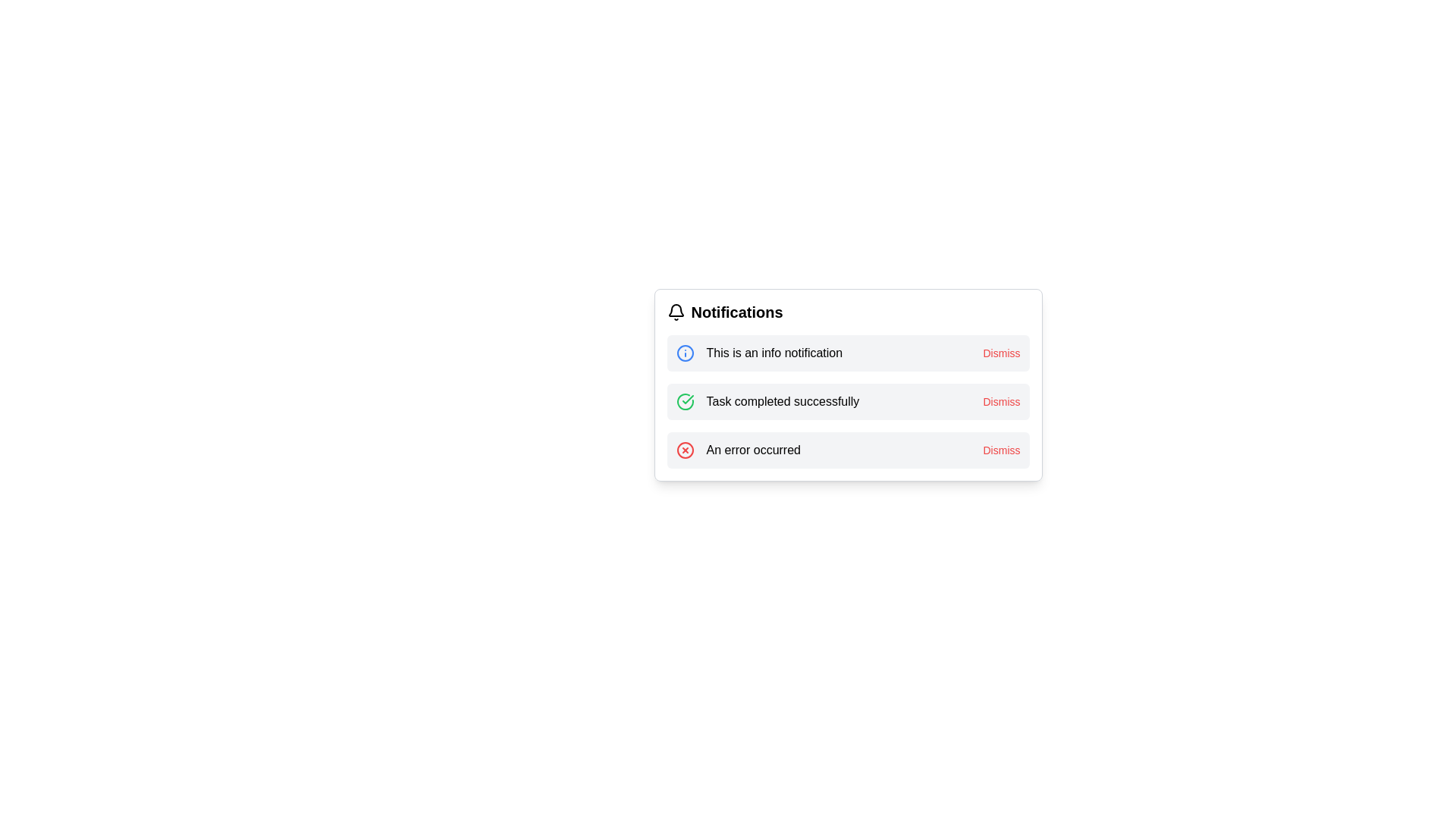  What do you see at coordinates (684, 450) in the screenshot?
I see `the red circular error icon located on the far-right side of the notification that reads 'An error occurred'` at bounding box center [684, 450].